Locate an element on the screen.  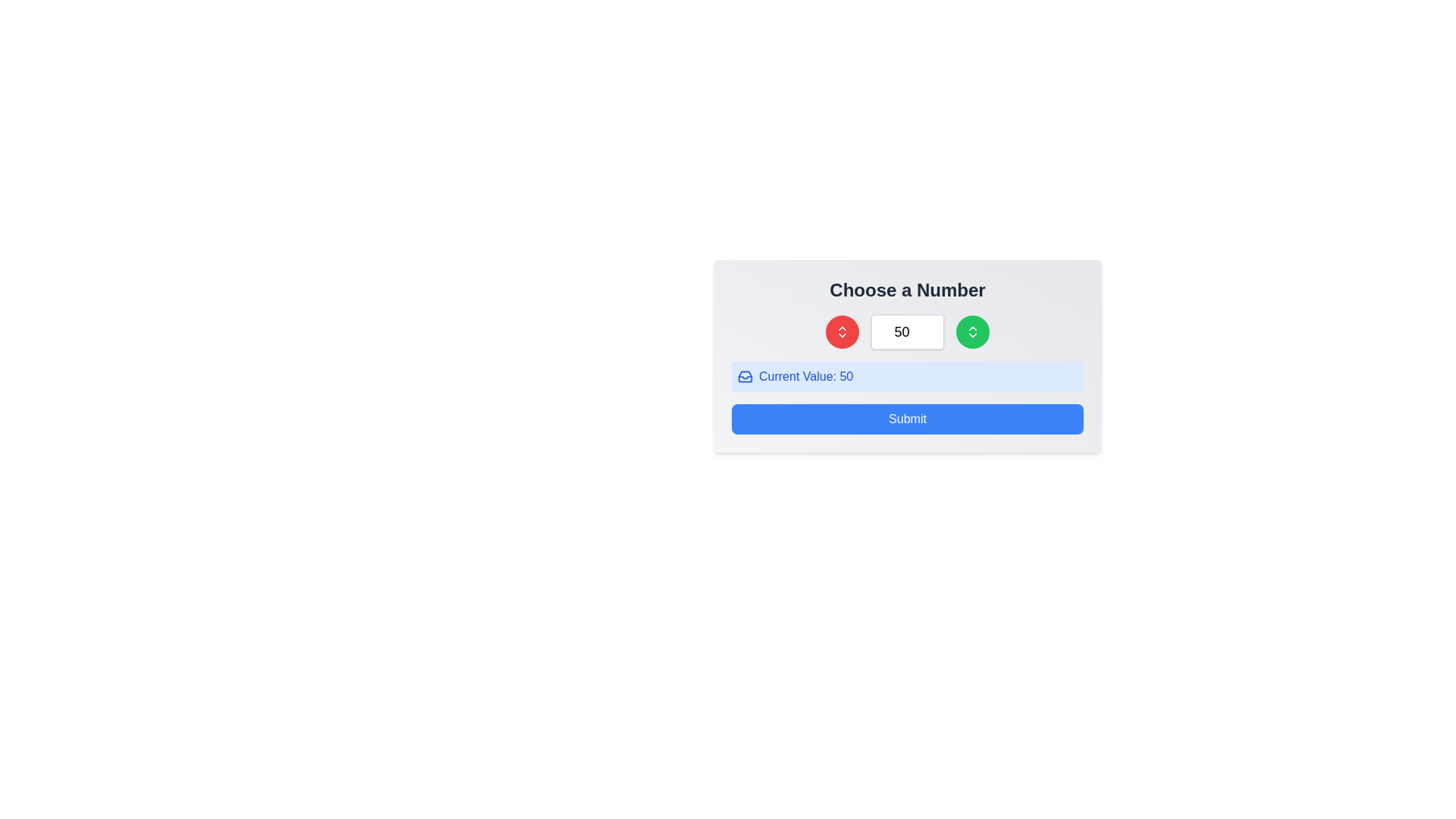
the 'Submit' button, which is a horizontally laid button with a blue background and white text, located below the 'Current Value: 50' label is located at coordinates (907, 419).